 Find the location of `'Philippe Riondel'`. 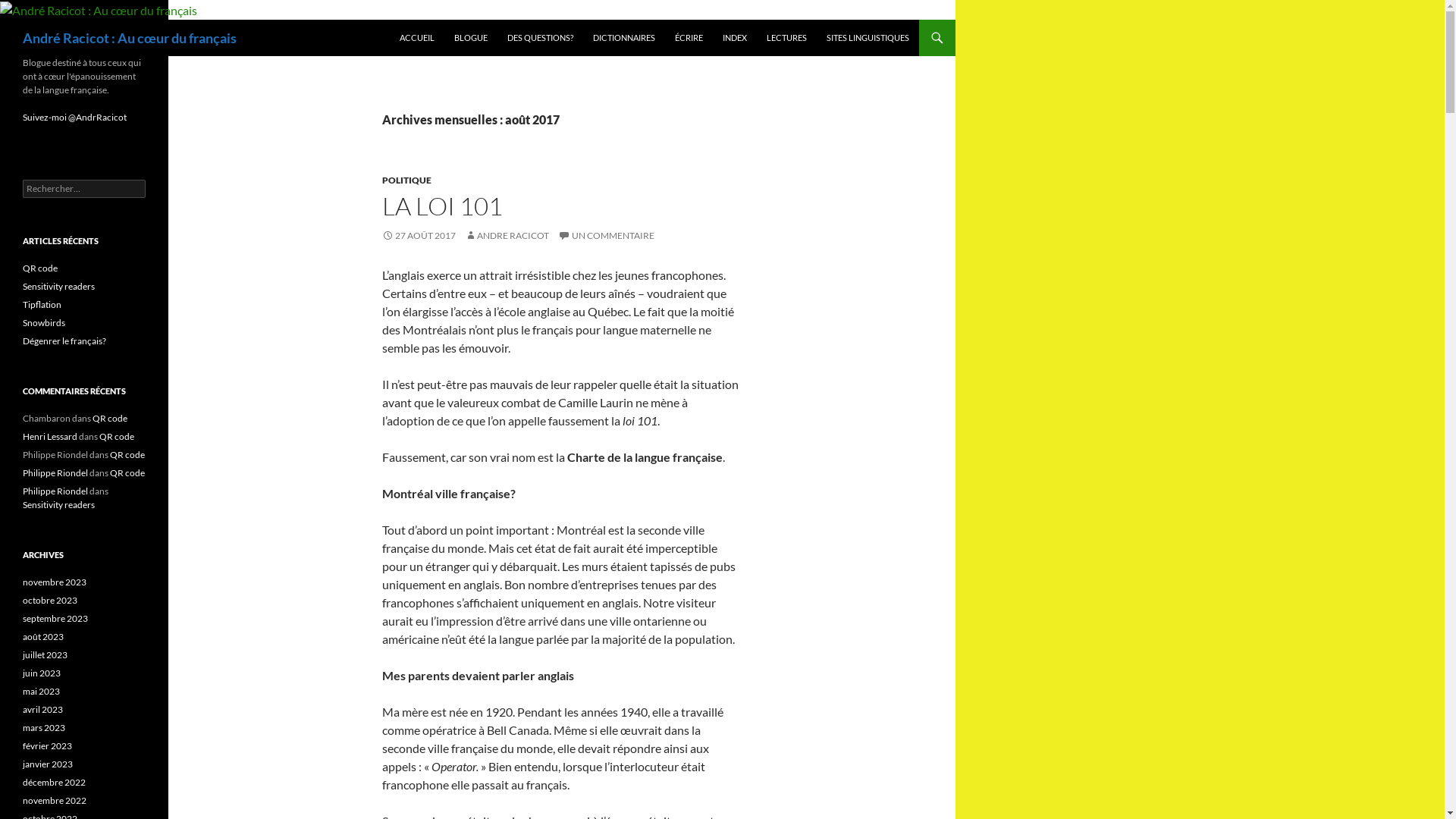

'Philippe Riondel' is located at coordinates (55, 491).